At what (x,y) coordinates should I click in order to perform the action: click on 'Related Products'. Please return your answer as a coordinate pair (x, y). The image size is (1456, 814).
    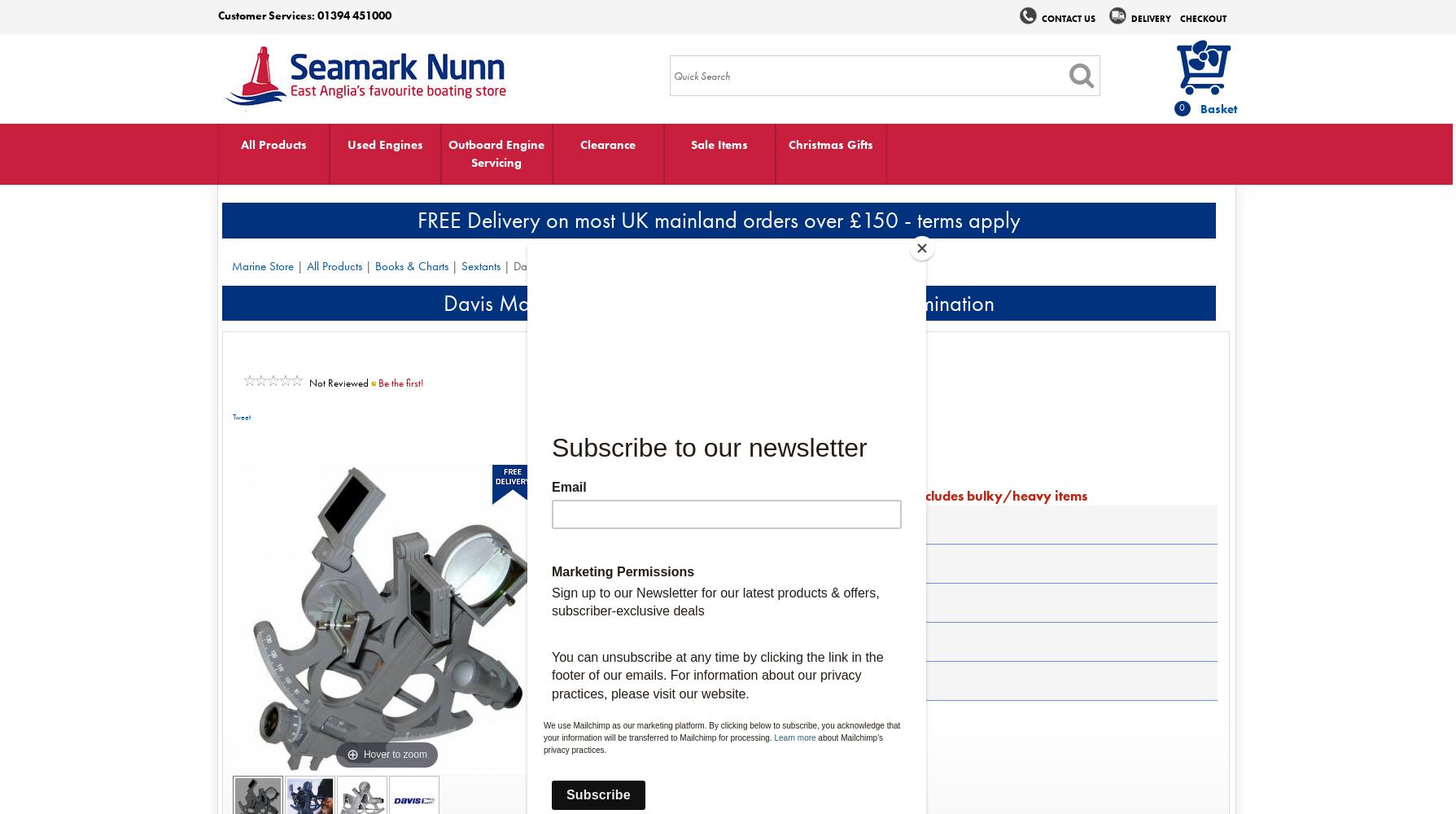
    Looking at the image, I should click on (625, 679).